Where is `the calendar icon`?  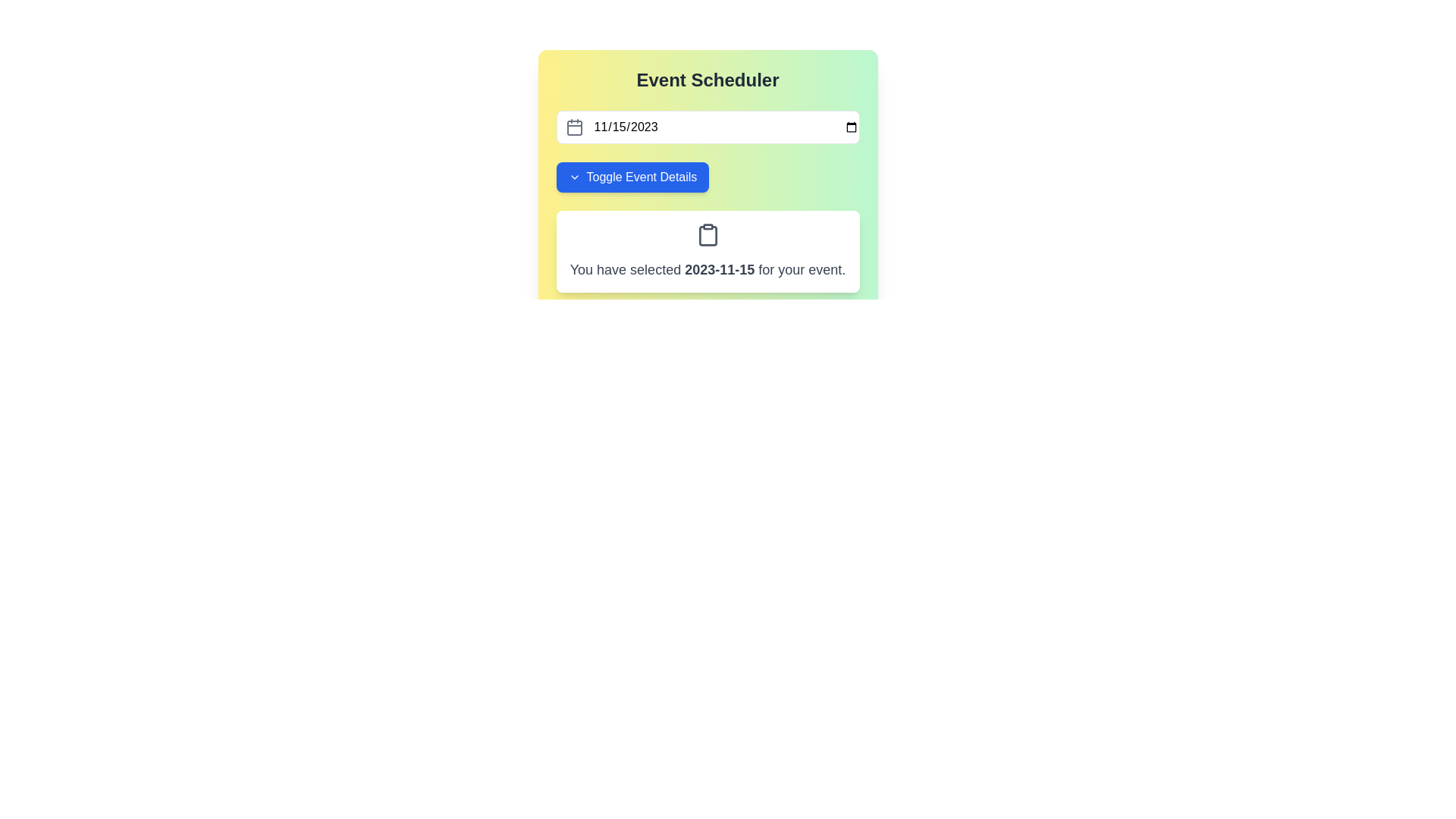 the calendar icon is located at coordinates (573, 127).